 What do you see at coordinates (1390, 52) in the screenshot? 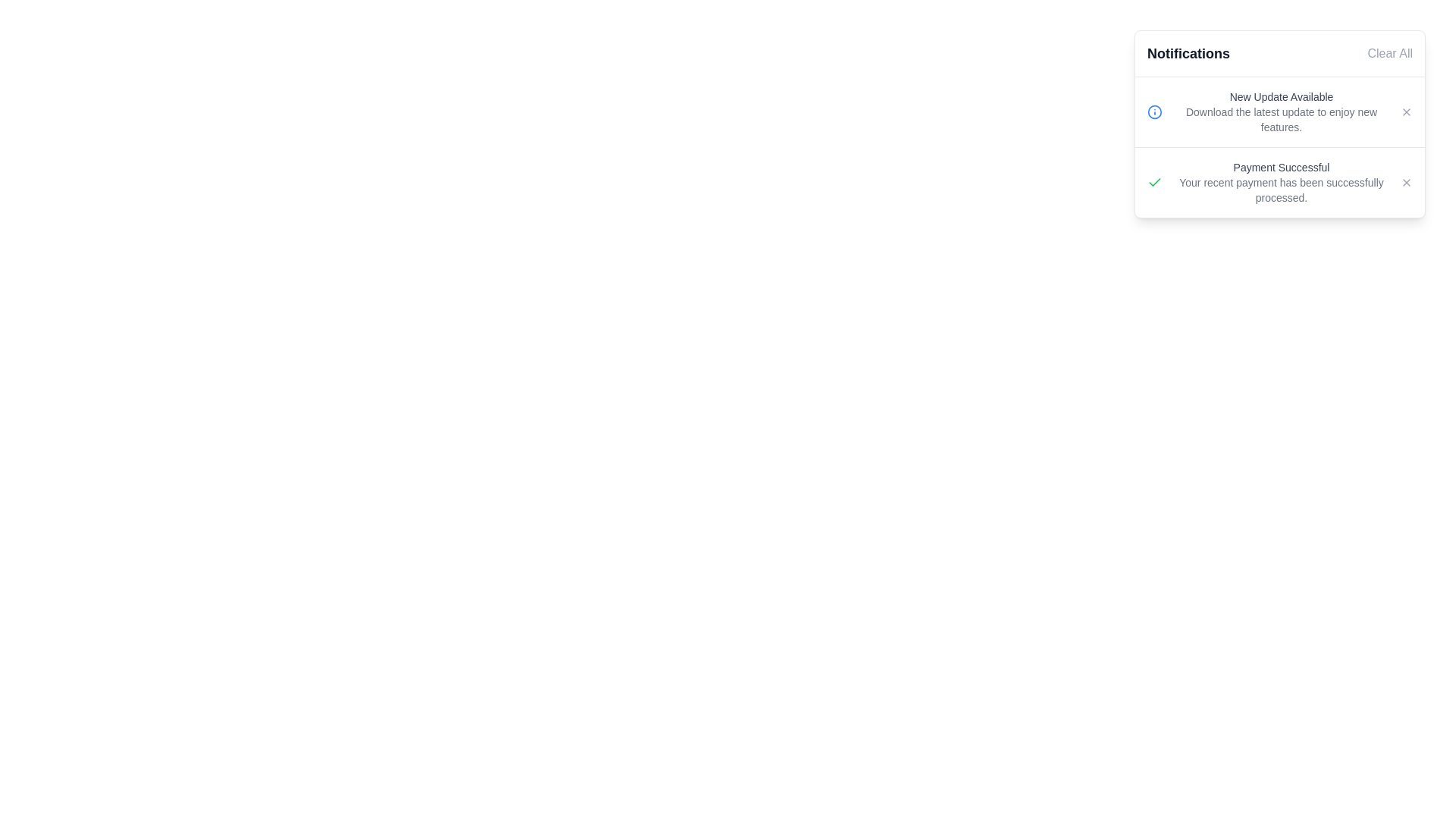
I see `the 'Clear All' button located at the top-right corner of the notification card to change its color to red` at bounding box center [1390, 52].